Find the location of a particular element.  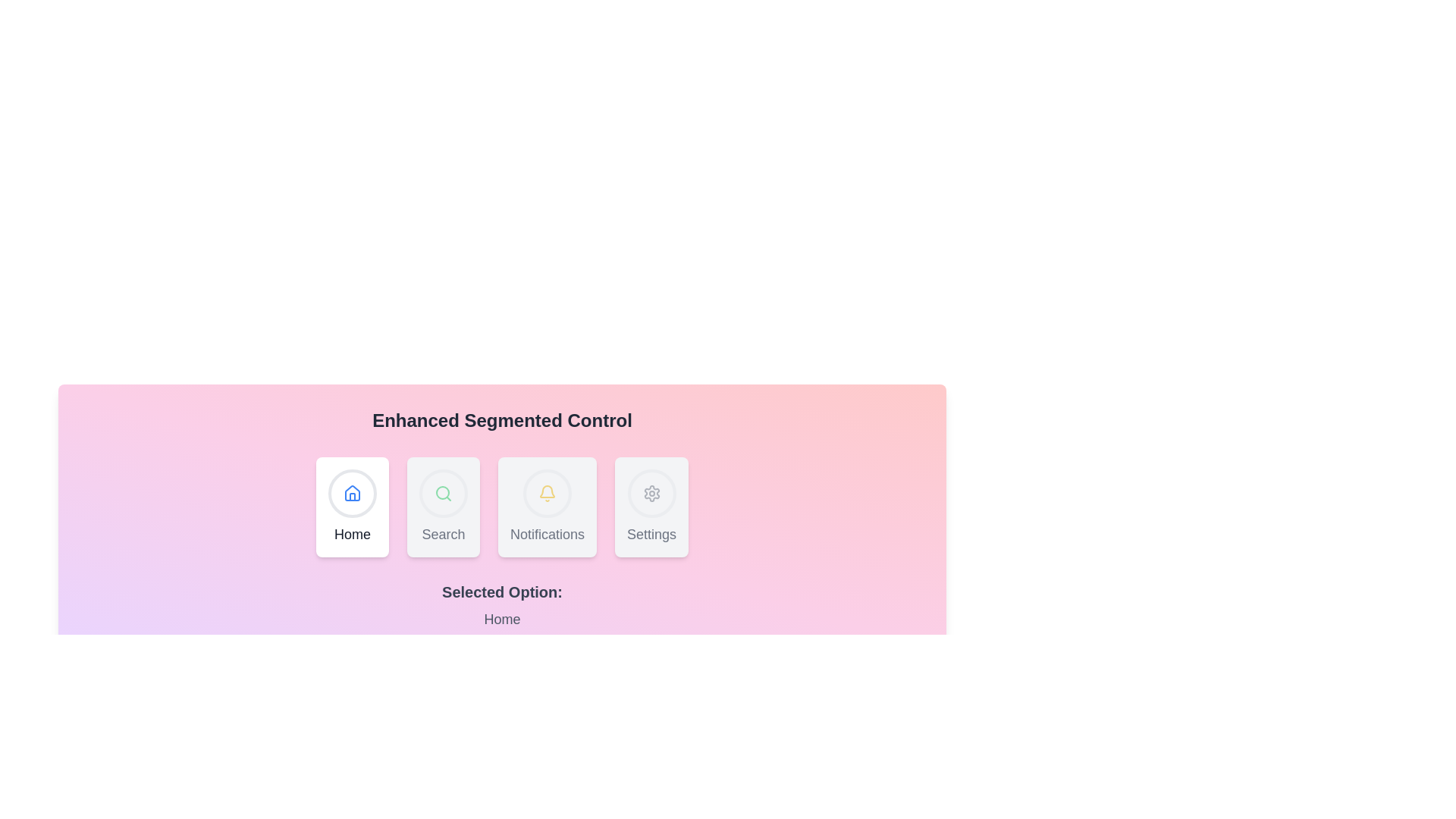

the door graphic of the house icon located within the first button in the interface is located at coordinates (352, 497).